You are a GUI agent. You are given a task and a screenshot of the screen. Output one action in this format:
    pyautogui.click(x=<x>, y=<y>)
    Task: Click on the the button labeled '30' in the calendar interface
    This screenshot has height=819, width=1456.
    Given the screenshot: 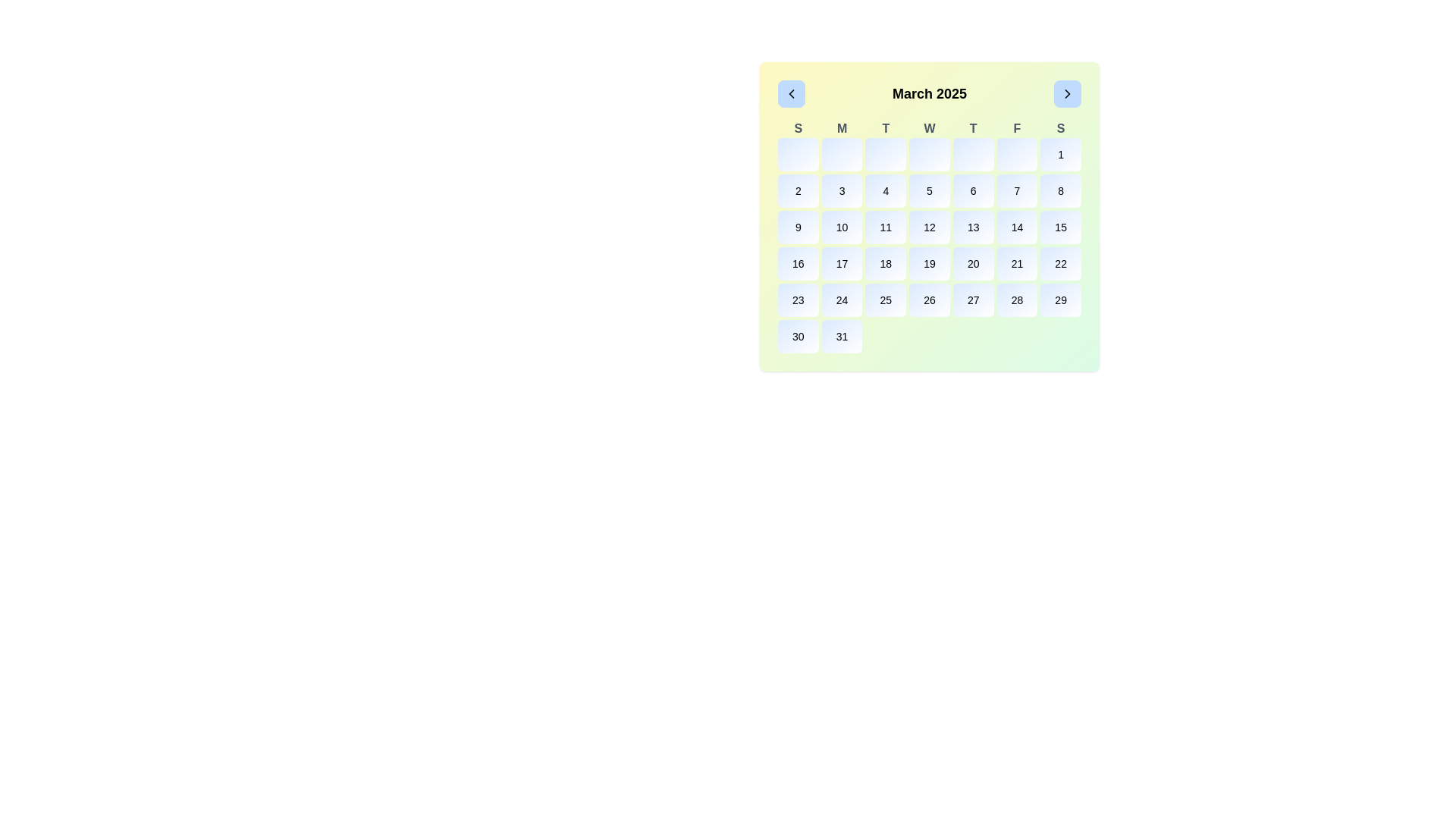 What is the action you would take?
    pyautogui.click(x=797, y=335)
    